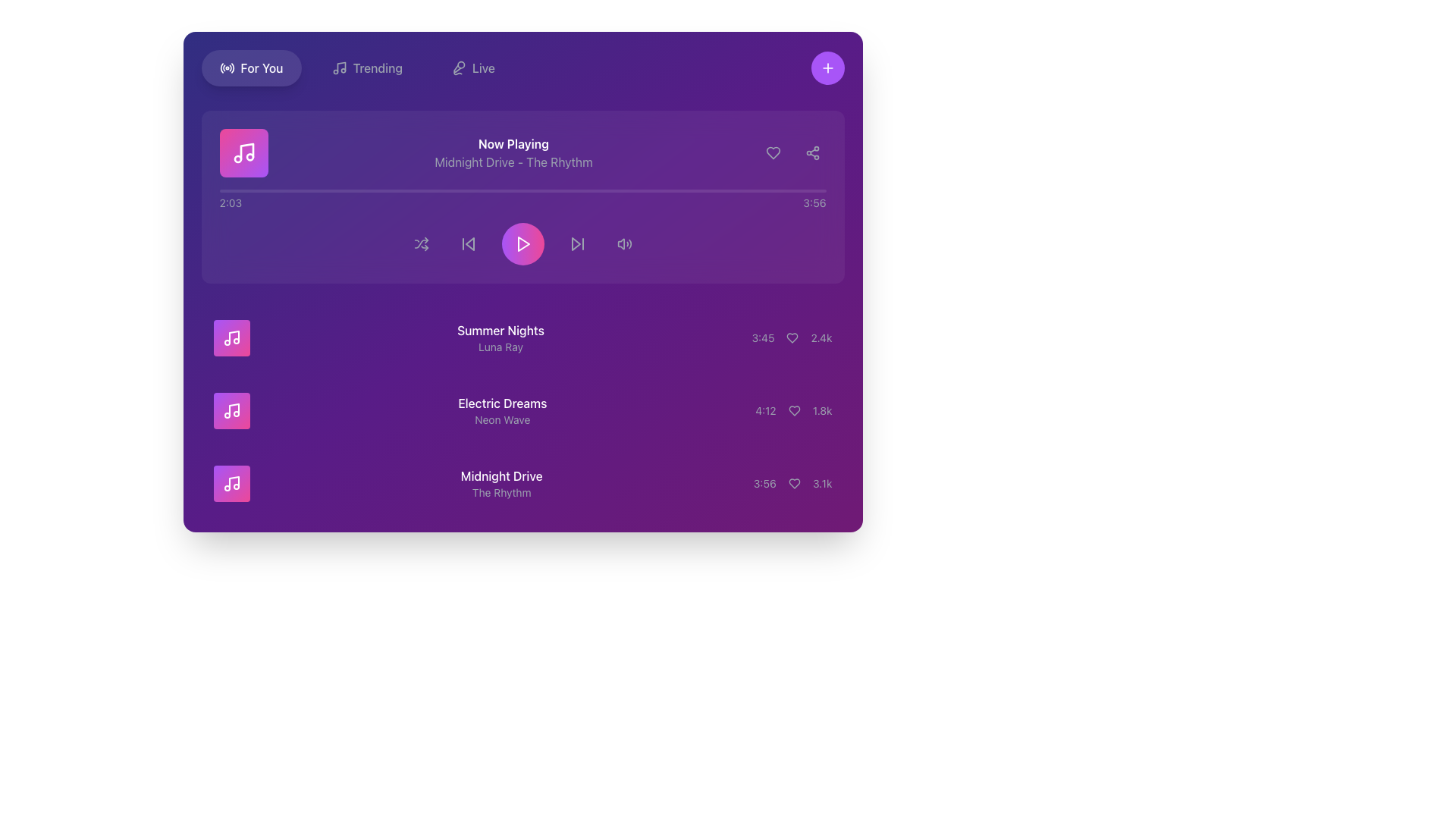 The image size is (1456, 819). What do you see at coordinates (797, 190) in the screenshot?
I see `playback position` at bounding box center [797, 190].